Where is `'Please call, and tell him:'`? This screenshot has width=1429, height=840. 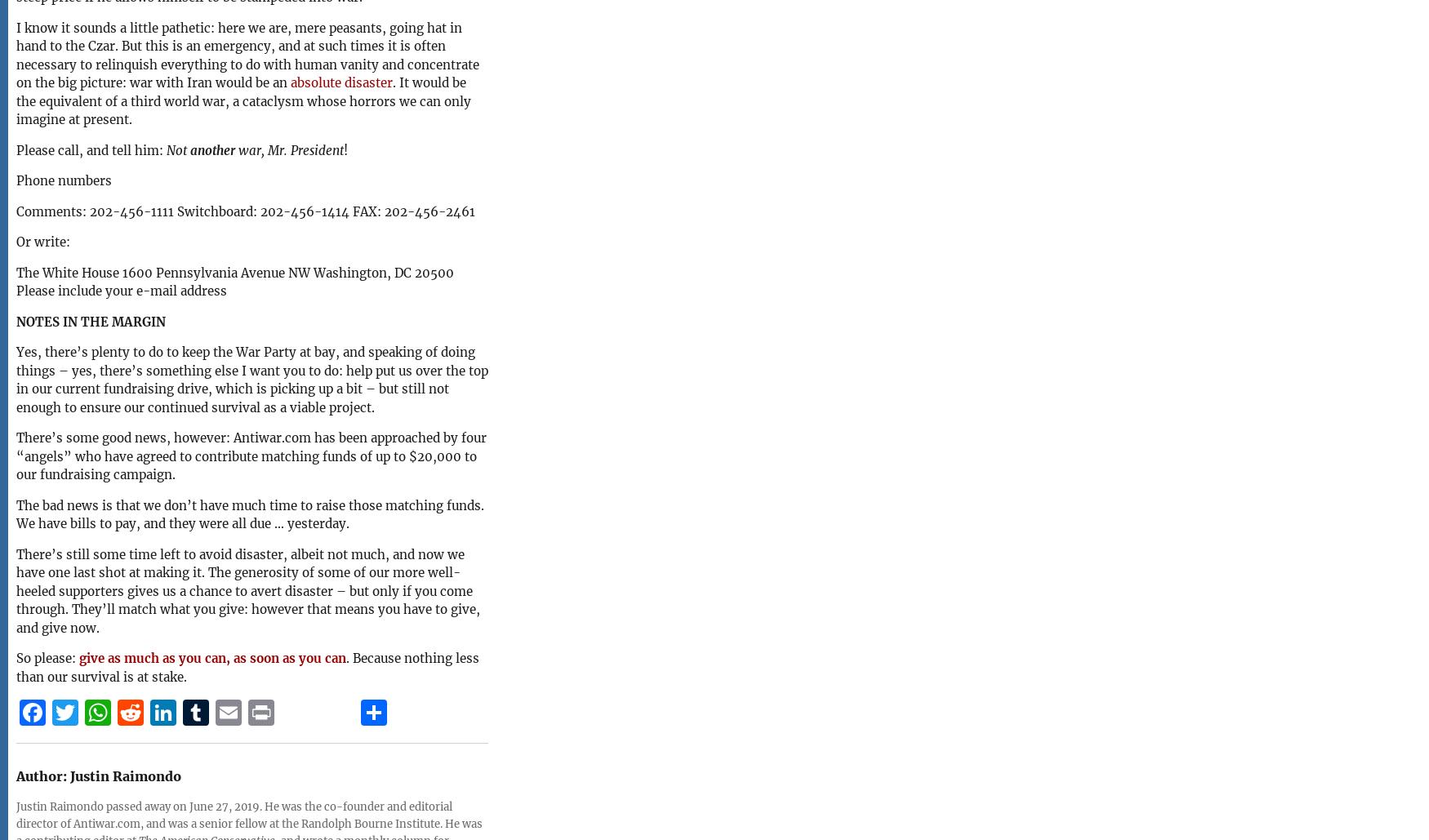
'Please call, and tell him:' is located at coordinates (91, 149).